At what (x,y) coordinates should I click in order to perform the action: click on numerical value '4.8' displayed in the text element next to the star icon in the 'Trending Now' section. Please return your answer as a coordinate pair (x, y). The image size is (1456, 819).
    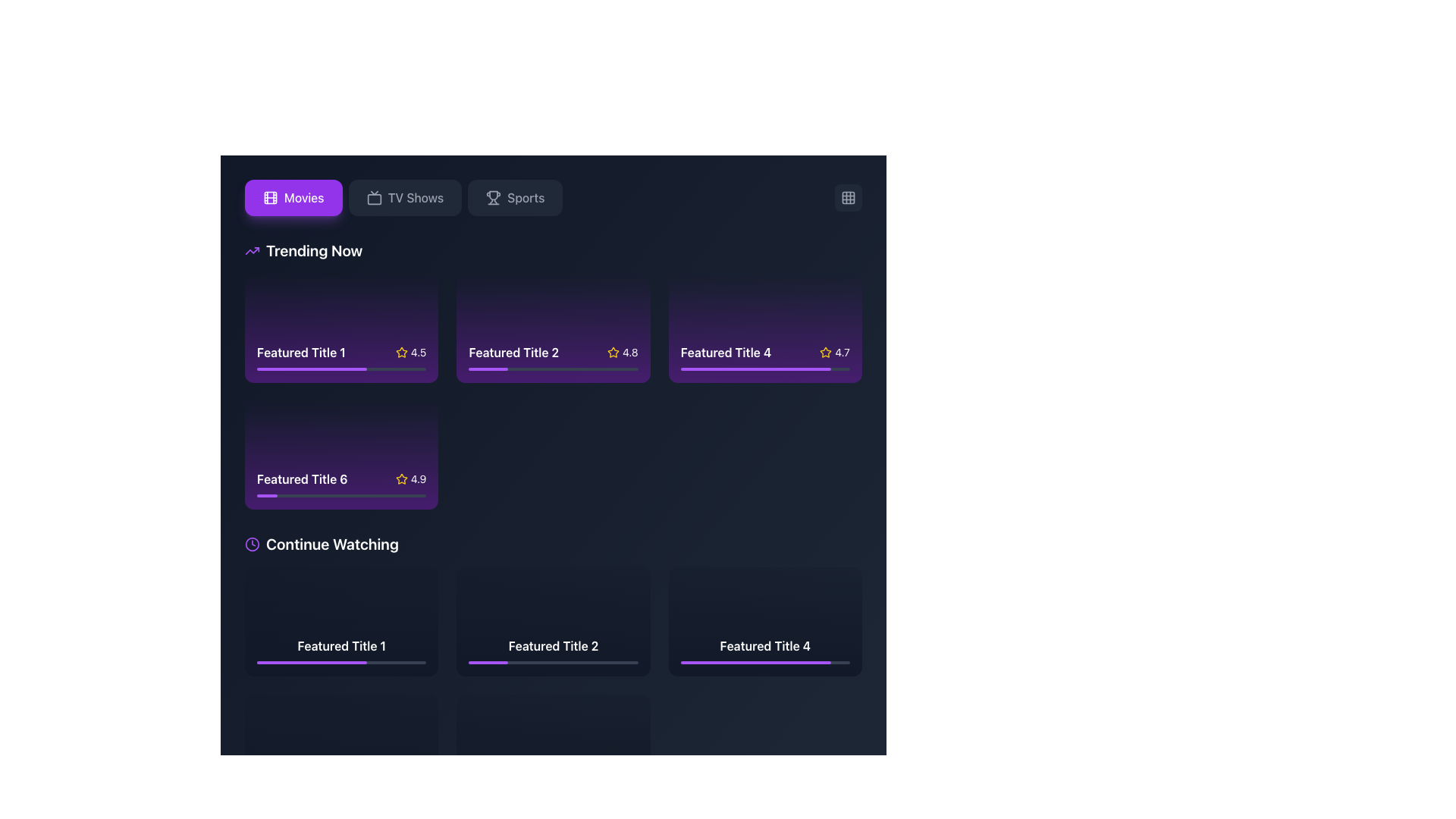
    Looking at the image, I should click on (630, 352).